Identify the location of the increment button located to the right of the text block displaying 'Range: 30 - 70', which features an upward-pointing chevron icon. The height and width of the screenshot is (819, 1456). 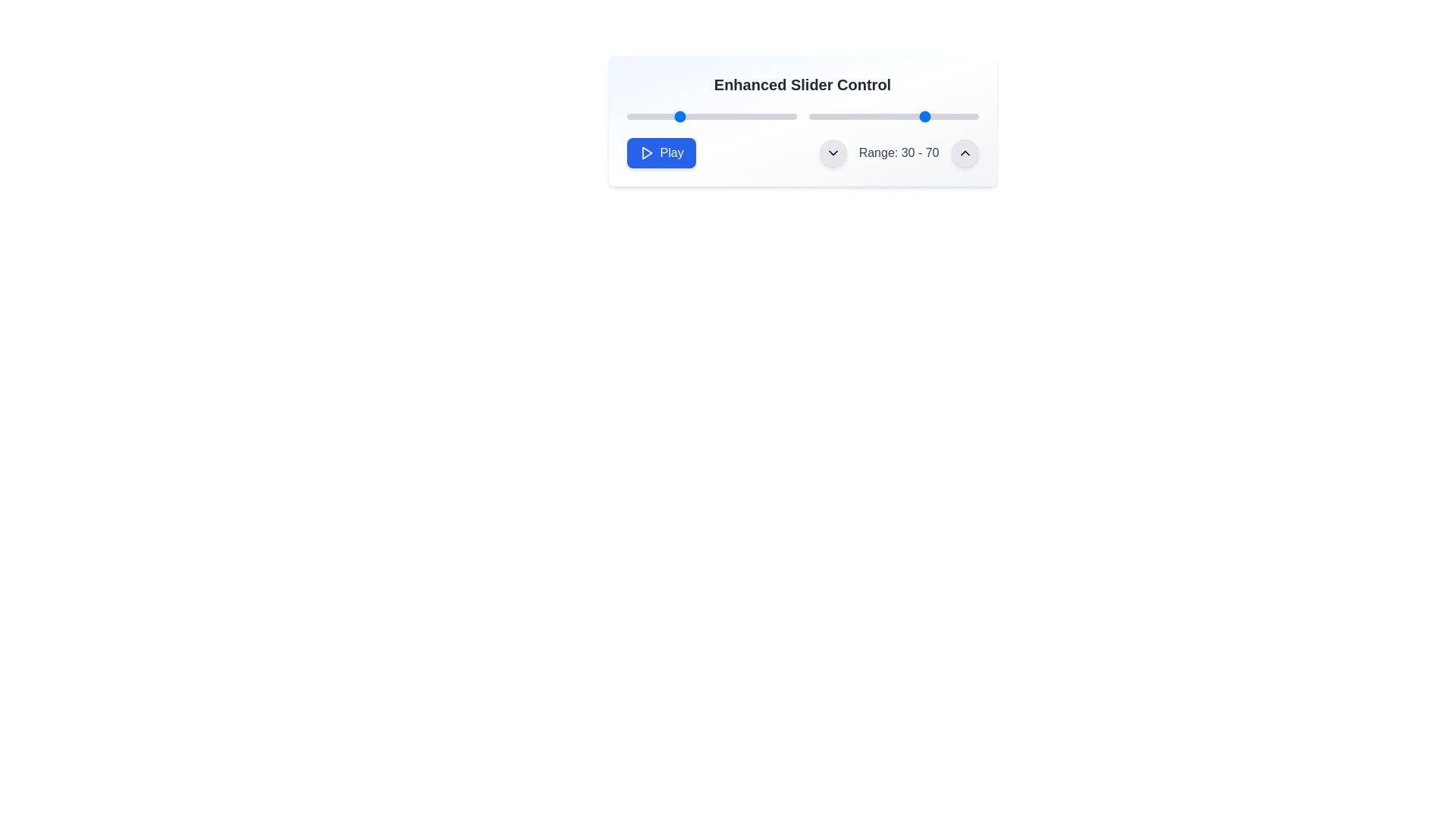
(964, 152).